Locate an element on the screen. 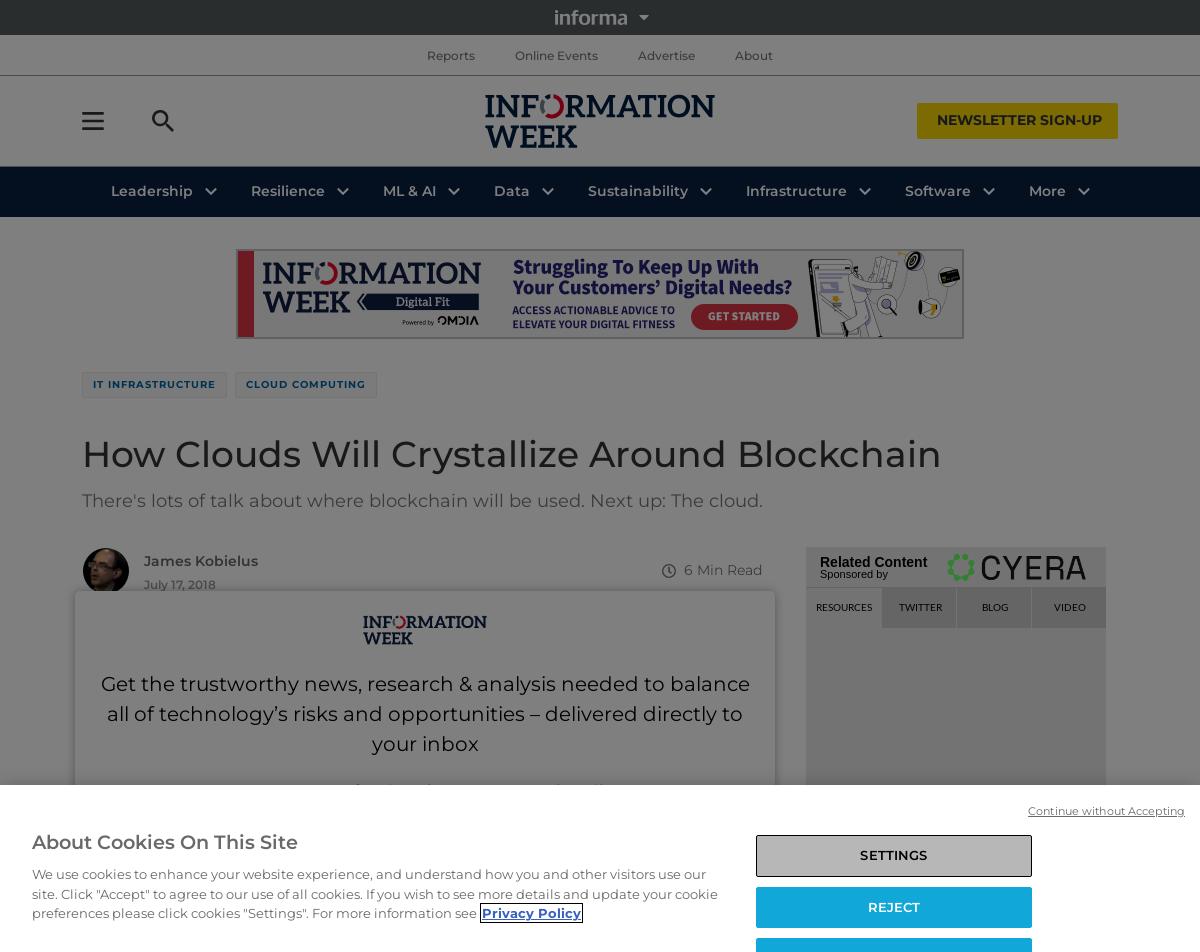  'Sustainability' is located at coordinates (586, 190).